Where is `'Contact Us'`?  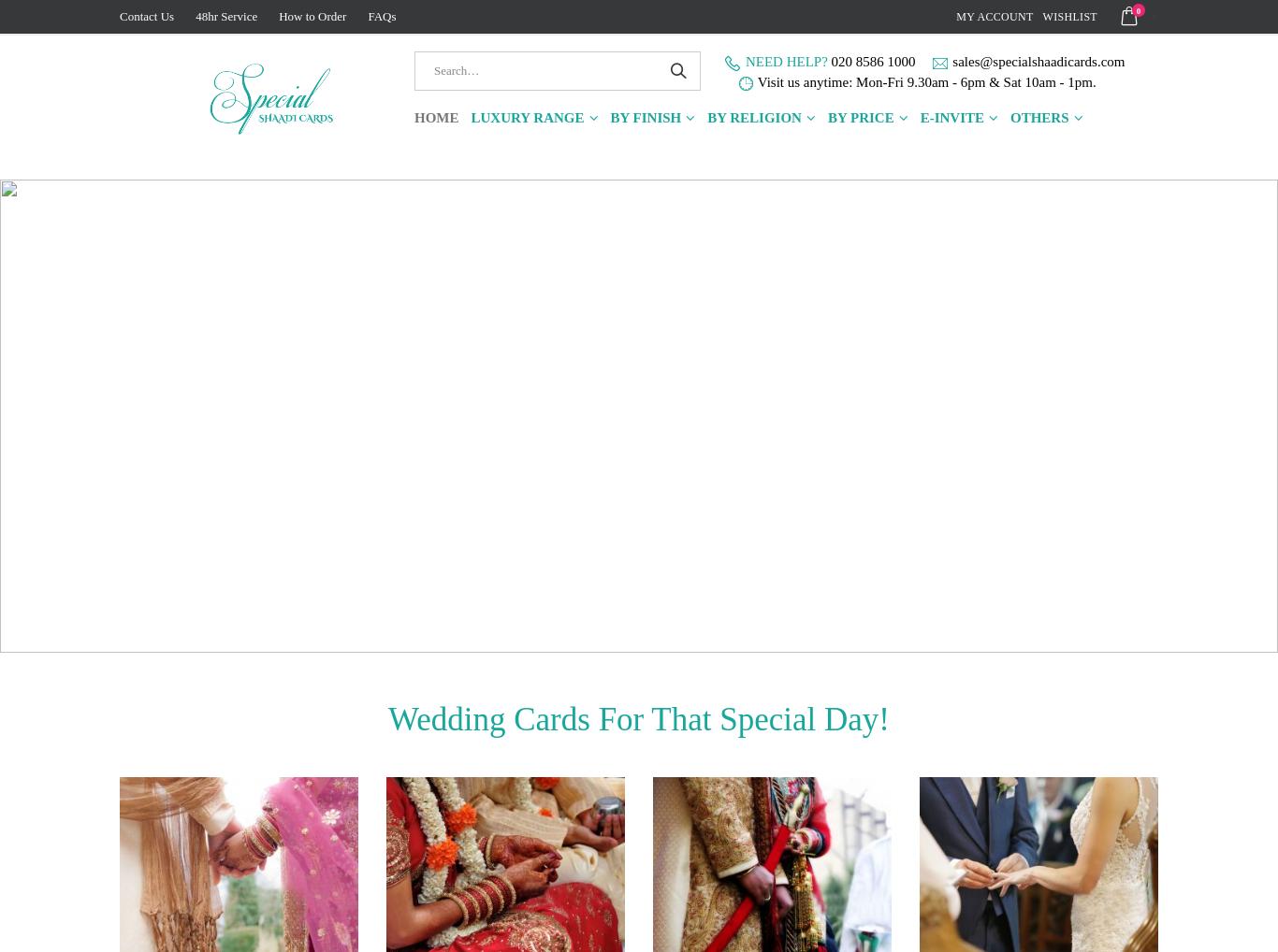 'Contact Us' is located at coordinates (145, 15).